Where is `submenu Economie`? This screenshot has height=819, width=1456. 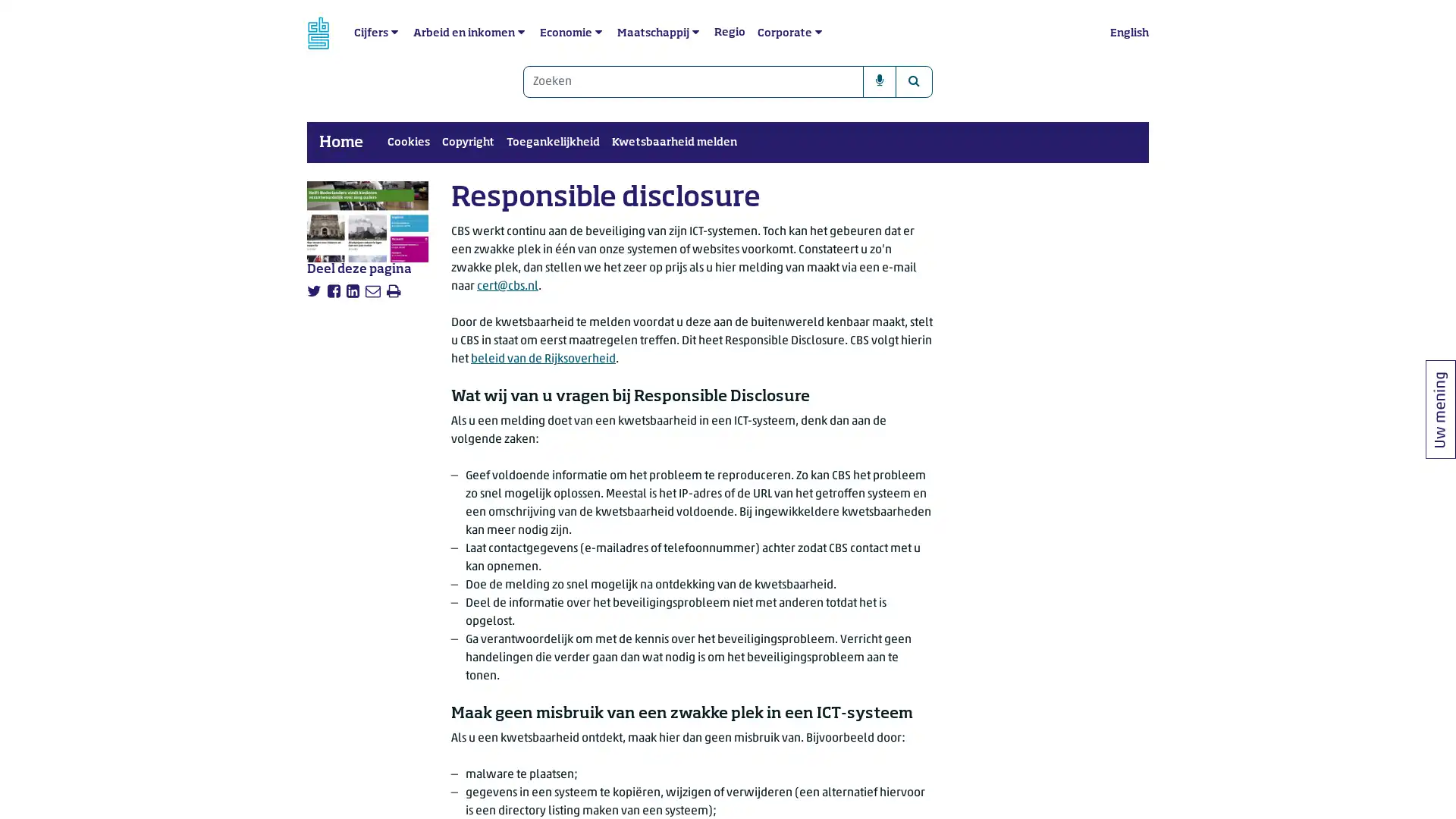
submenu Economie is located at coordinates (598, 32).